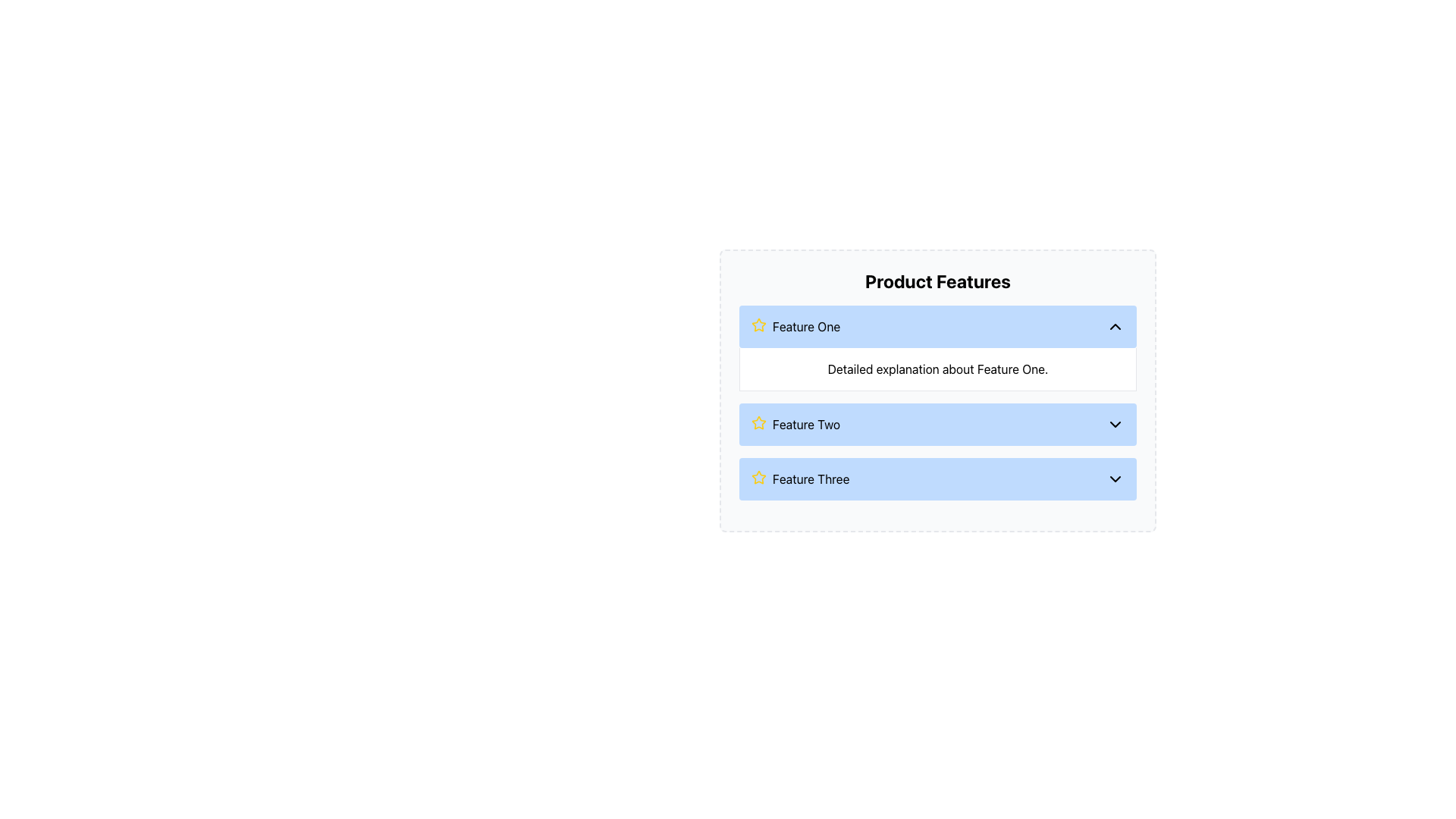 The image size is (1456, 819). I want to click on the downward-pointing chevron icon located at the far-right of the 'Feature Two' section, so click(1115, 424).